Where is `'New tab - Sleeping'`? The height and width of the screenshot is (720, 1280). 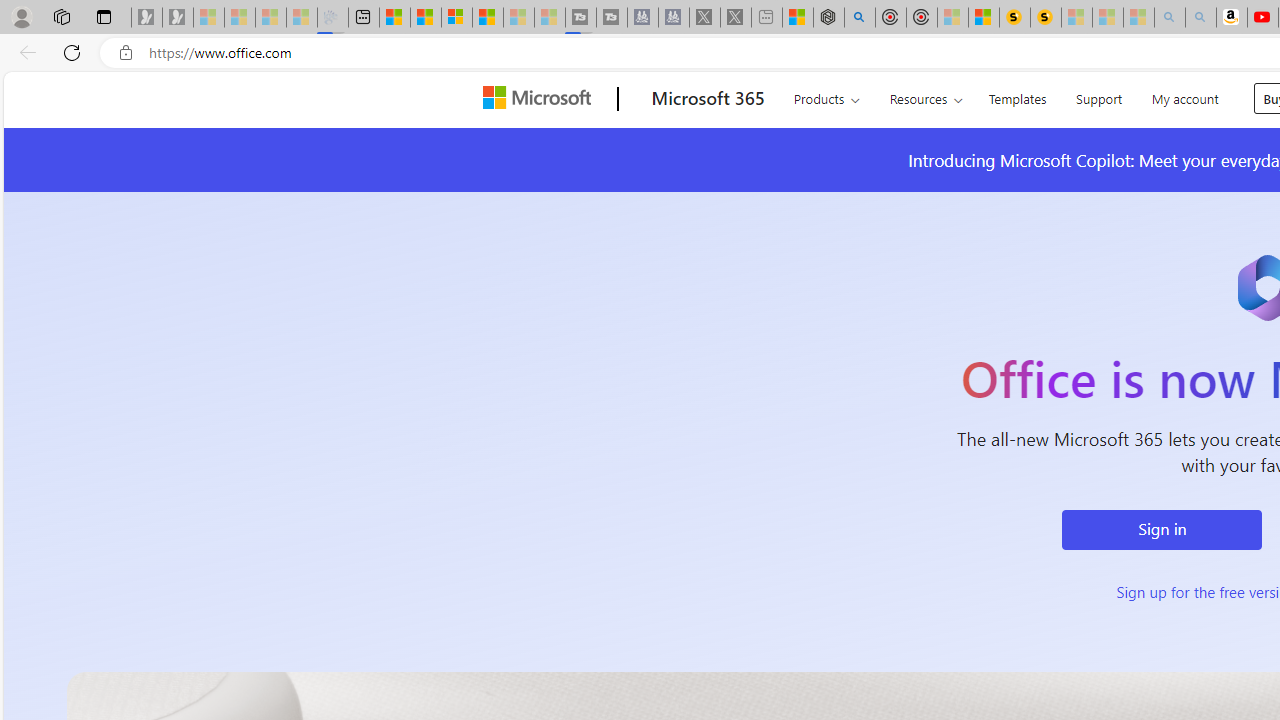
'New tab - Sleeping' is located at coordinates (765, 17).